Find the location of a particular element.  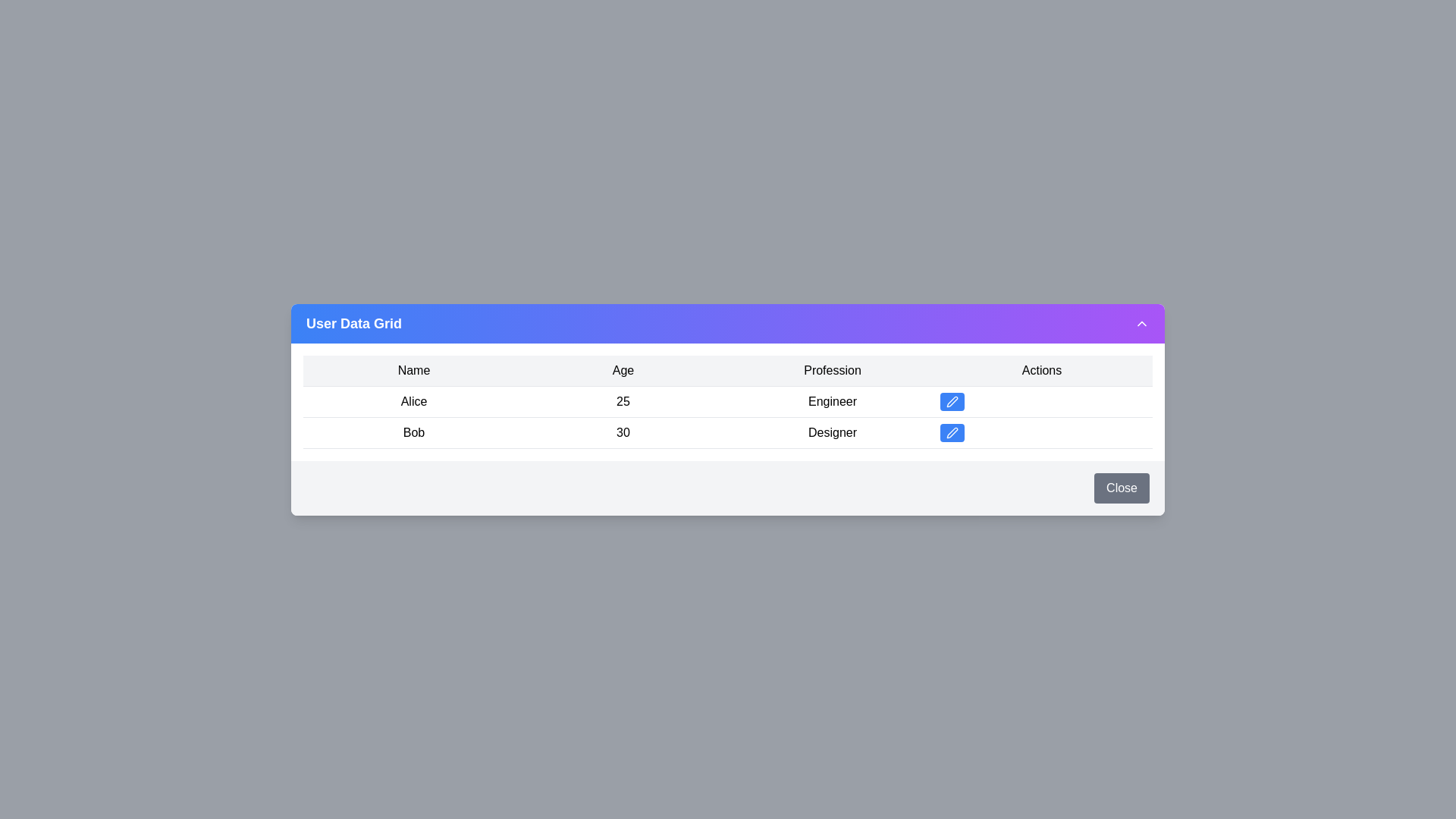

the static text displaying the user's age in the second row under the 'Age' column of the user data grid, located between the 'Name' column with 'Bob' and the 'Profession' column with 'Designer' is located at coordinates (623, 432).